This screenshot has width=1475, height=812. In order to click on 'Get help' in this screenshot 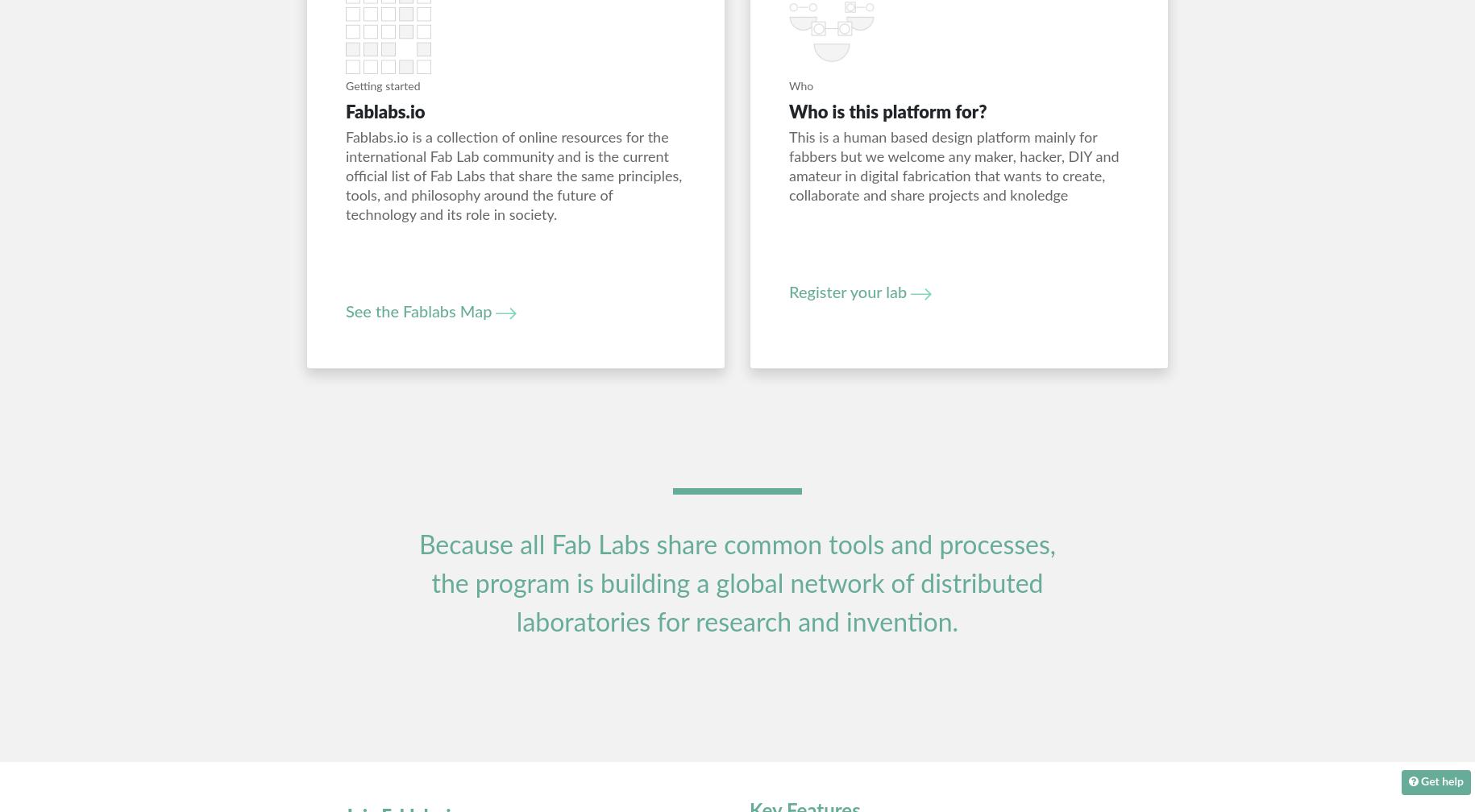, I will do `click(1440, 782)`.